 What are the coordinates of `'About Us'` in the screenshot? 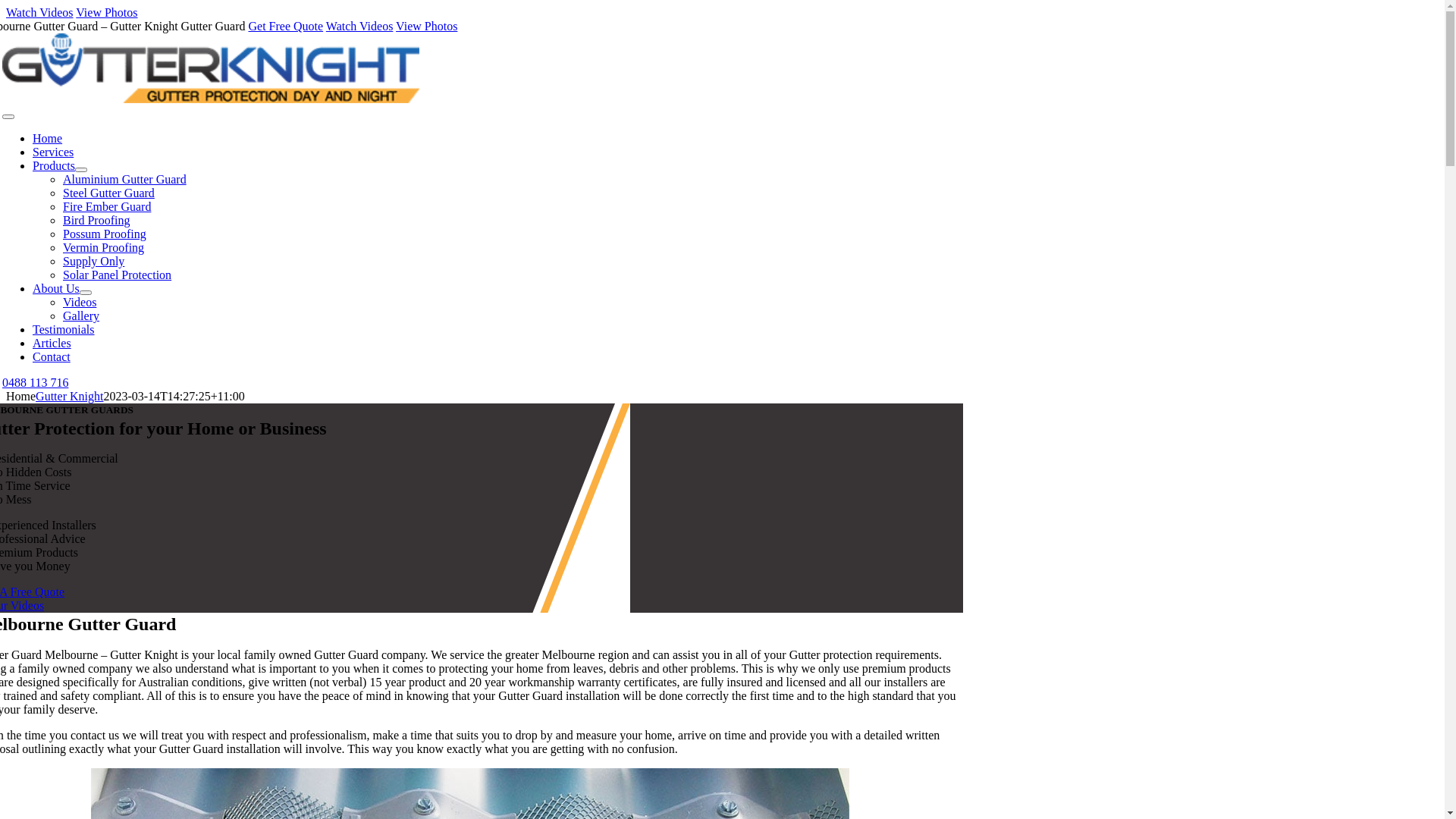 It's located at (55, 288).